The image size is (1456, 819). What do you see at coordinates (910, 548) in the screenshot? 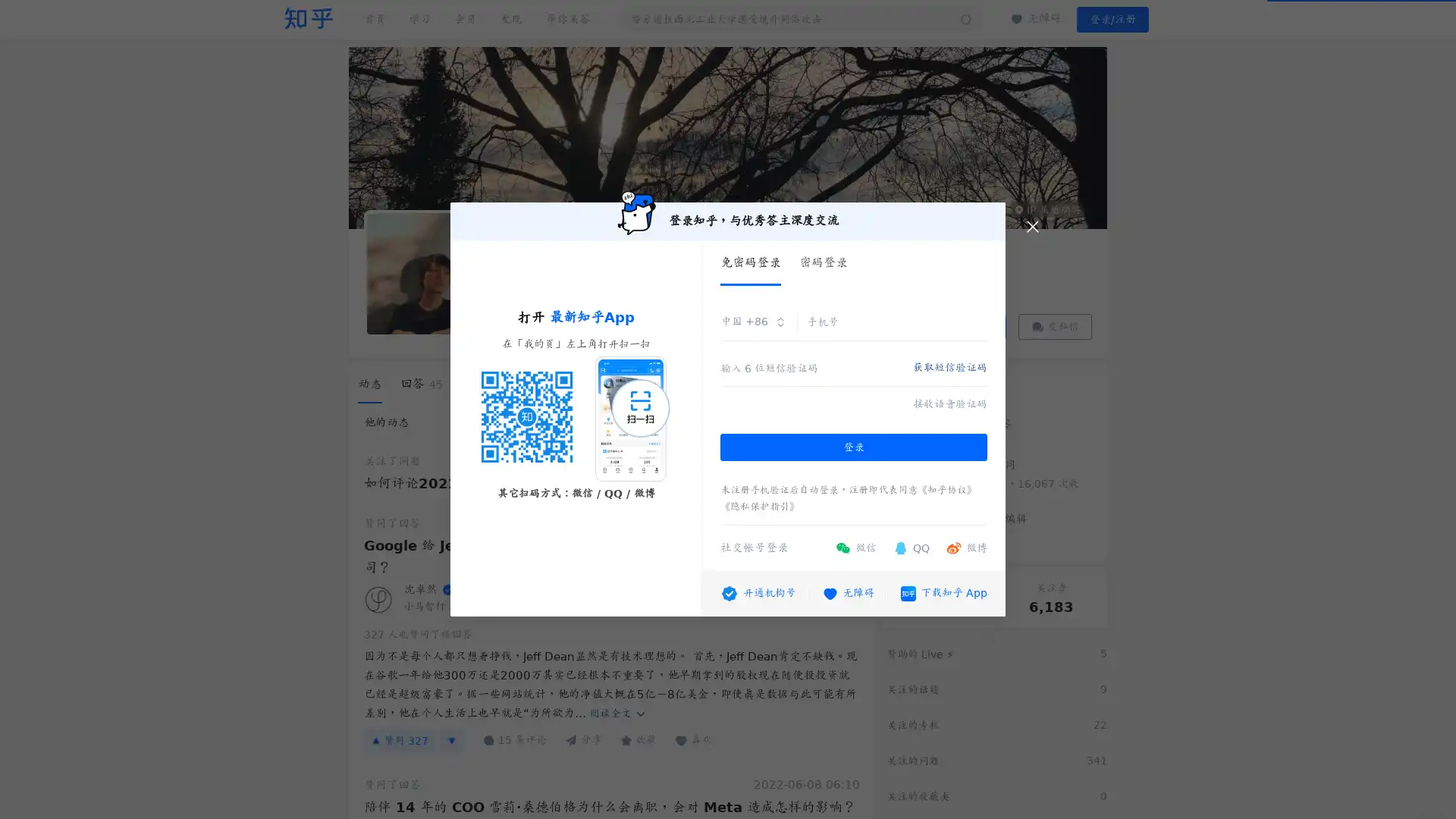
I see `QQ` at bounding box center [910, 548].